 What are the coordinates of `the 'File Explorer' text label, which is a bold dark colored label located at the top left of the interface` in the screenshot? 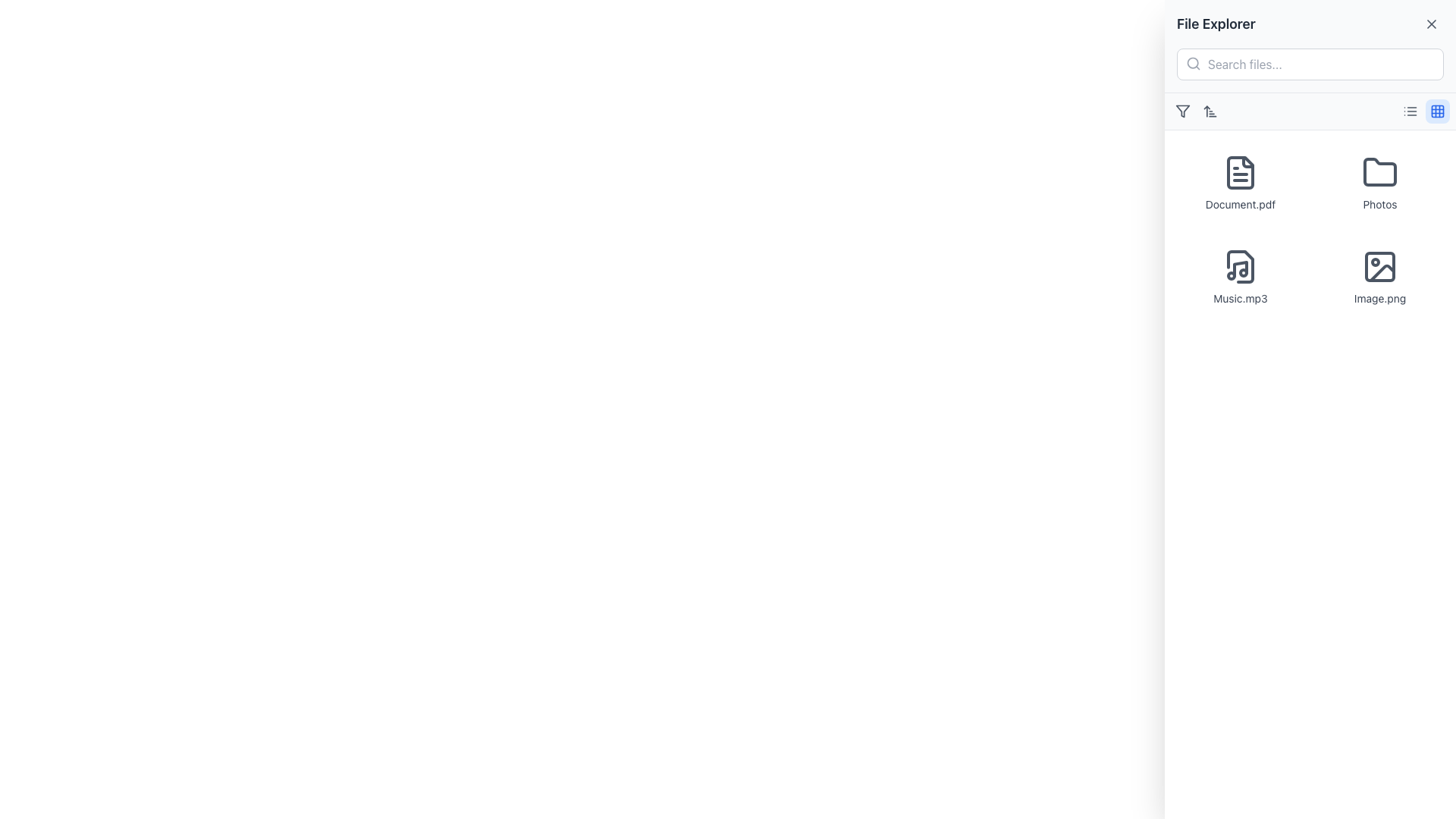 It's located at (1216, 24).